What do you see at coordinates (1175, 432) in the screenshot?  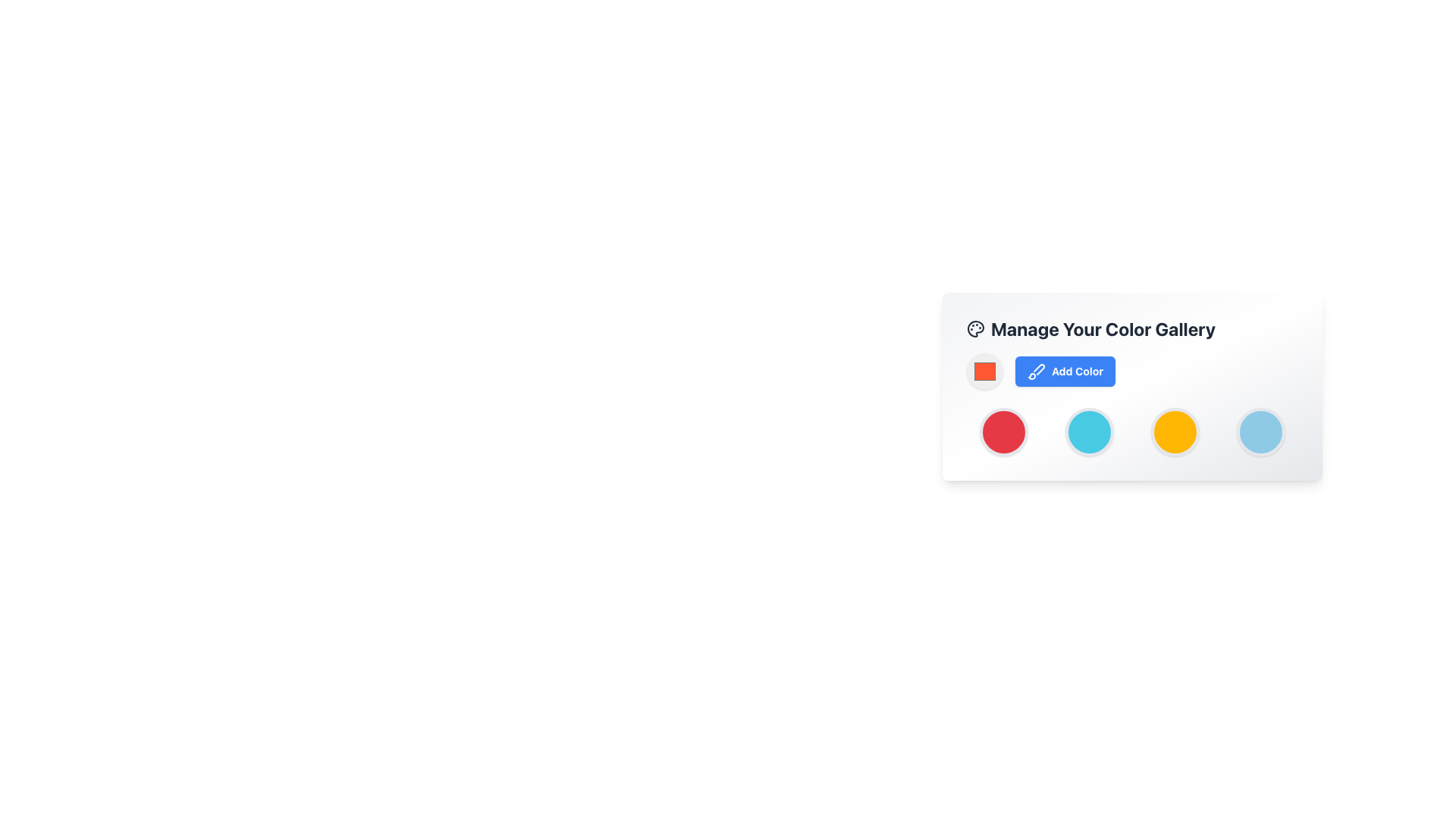 I see `the third circular button or color swatch in the 'Manage Your Color Gallery' section` at bounding box center [1175, 432].